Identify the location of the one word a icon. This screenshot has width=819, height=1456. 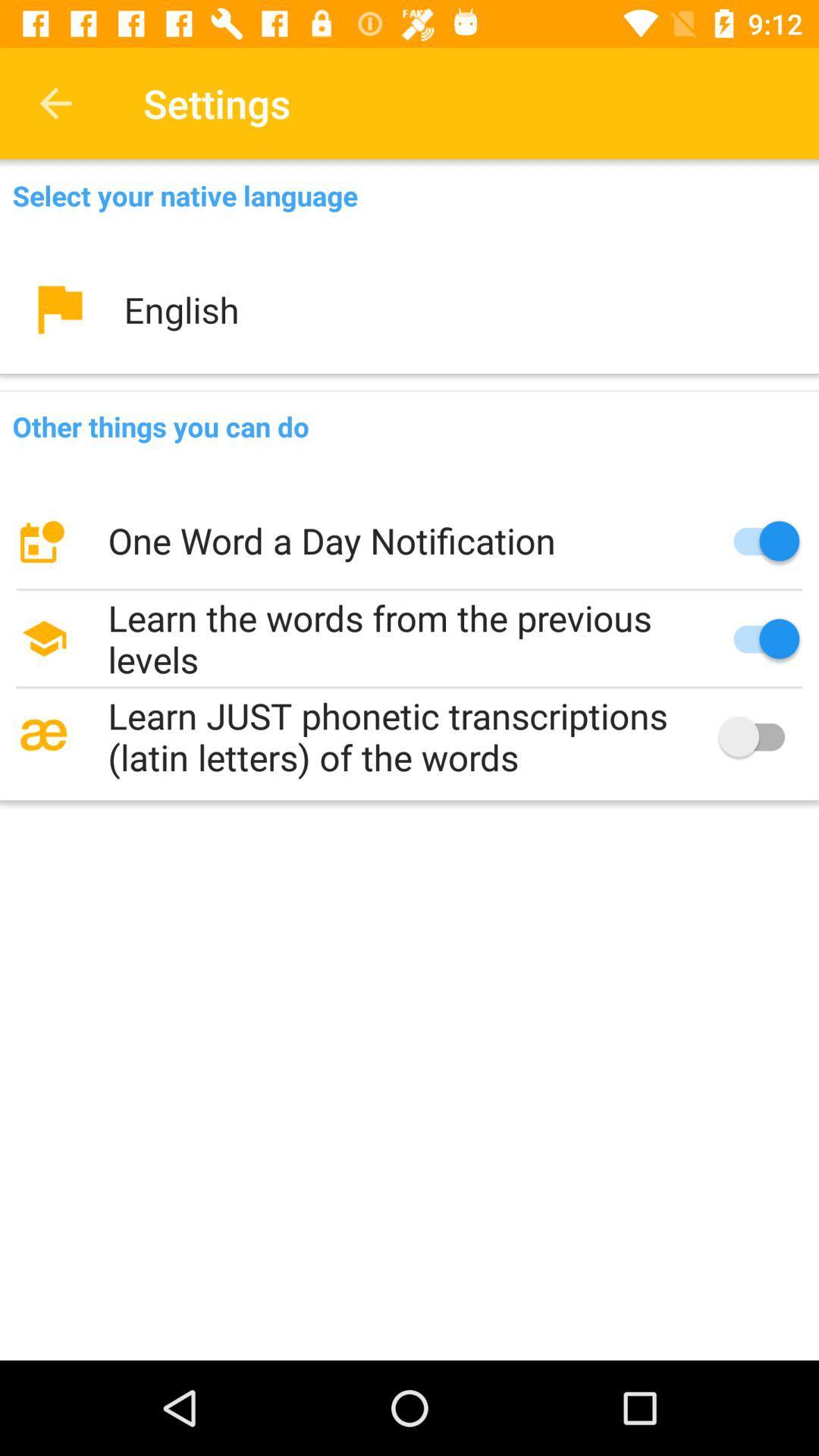
(409, 541).